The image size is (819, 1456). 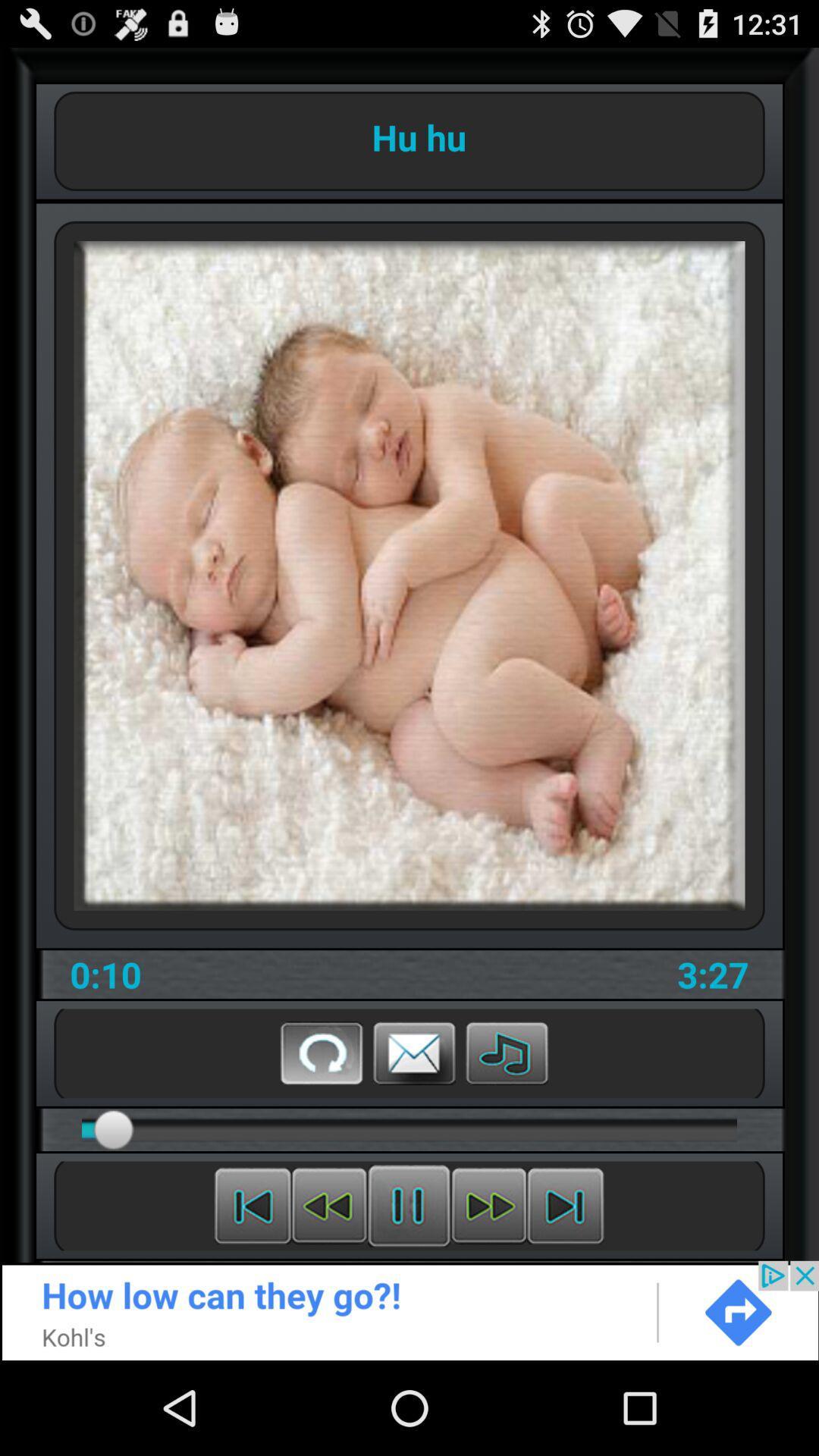 I want to click on the pause option, so click(x=408, y=1205).